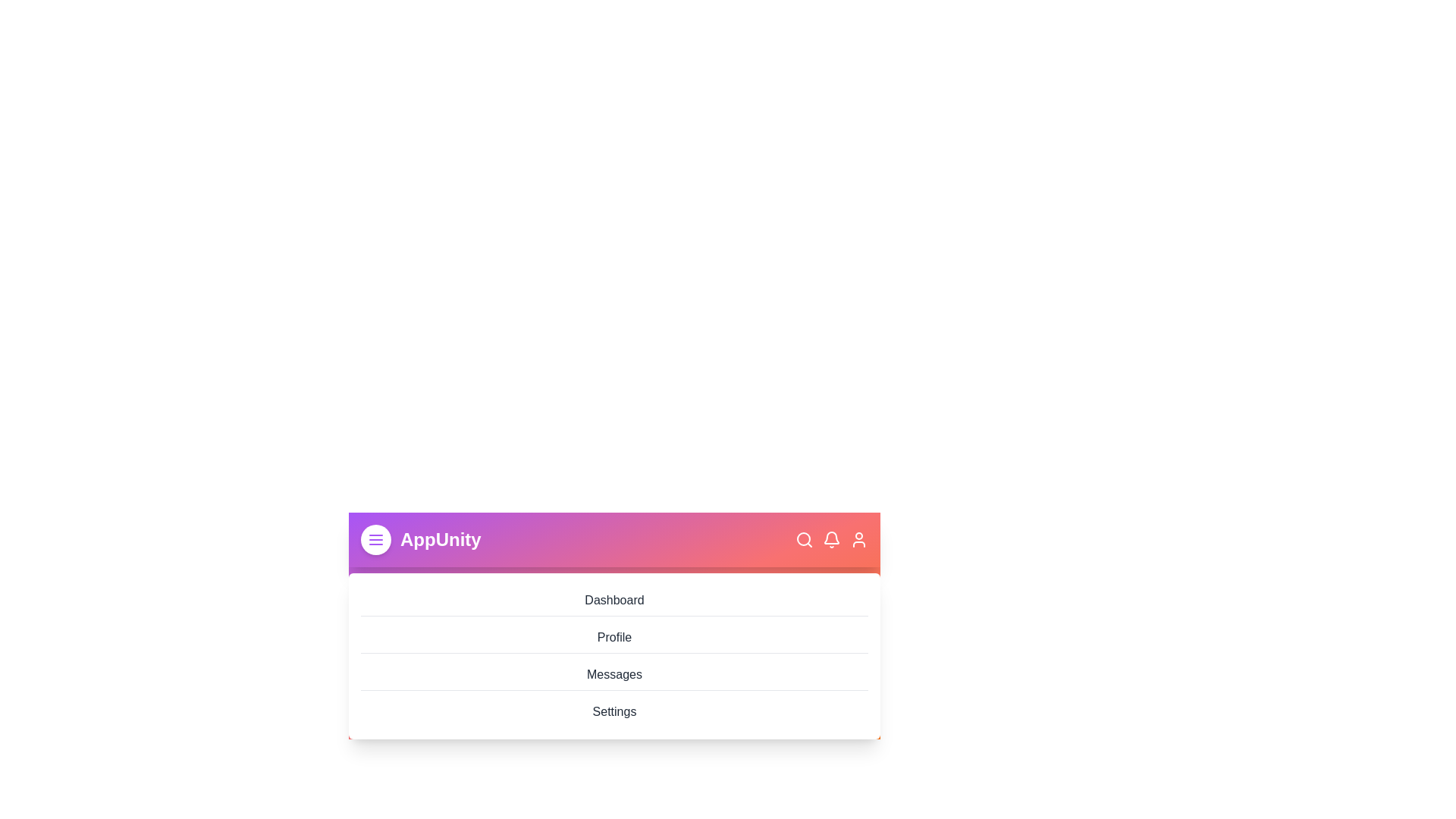 The height and width of the screenshot is (819, 1456). What do you see at coordinates (375, 539) in the screenshot?
I see `the menu toggle button to change the menu's open/close state` at bounding box center [375, 539].